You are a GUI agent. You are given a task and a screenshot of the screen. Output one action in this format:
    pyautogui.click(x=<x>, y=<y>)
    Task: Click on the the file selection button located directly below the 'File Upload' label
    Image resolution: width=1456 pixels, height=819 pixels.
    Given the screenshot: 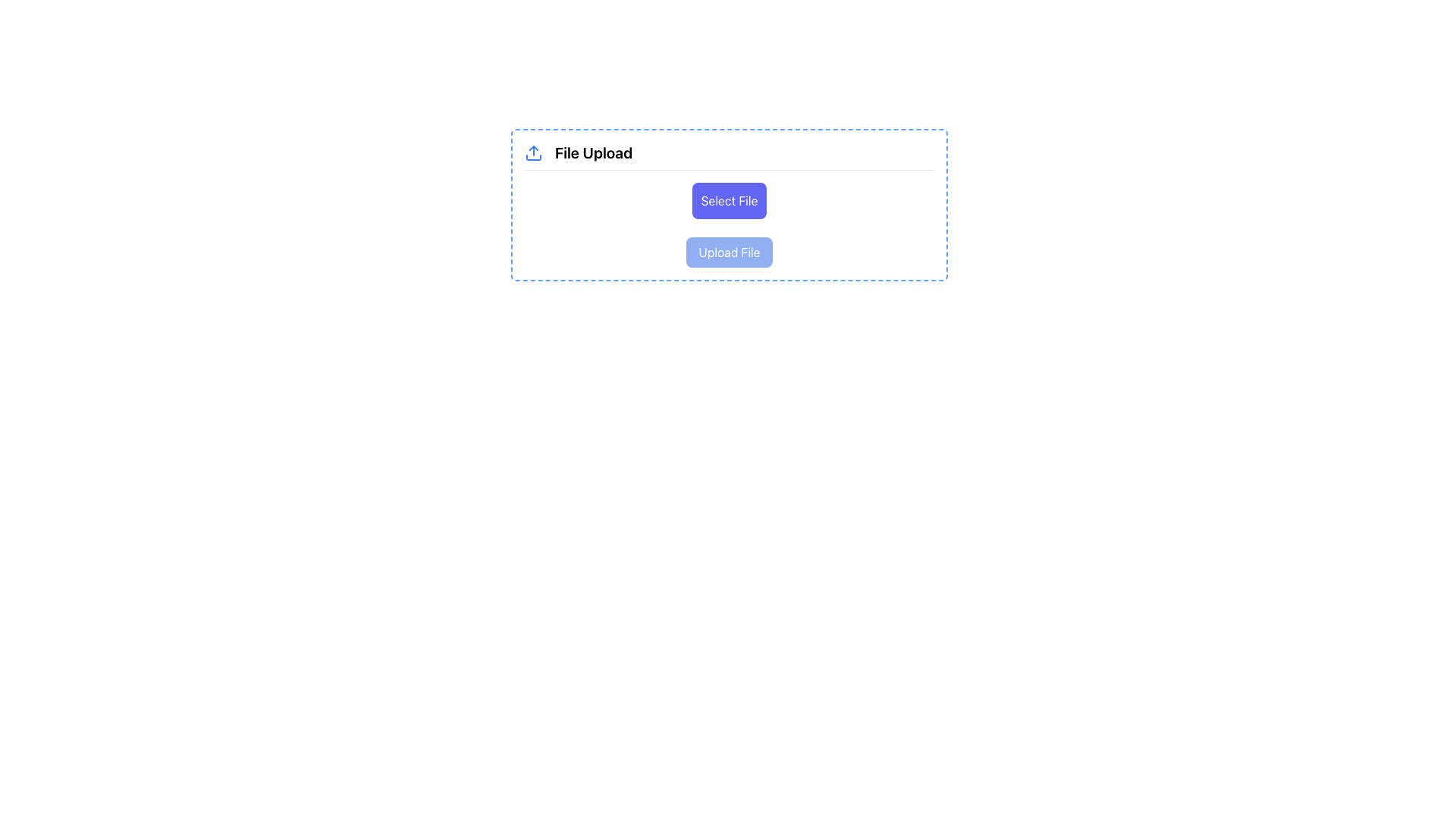 What is the action you would take?
    pyautogui.click(x=729, y=200)
    